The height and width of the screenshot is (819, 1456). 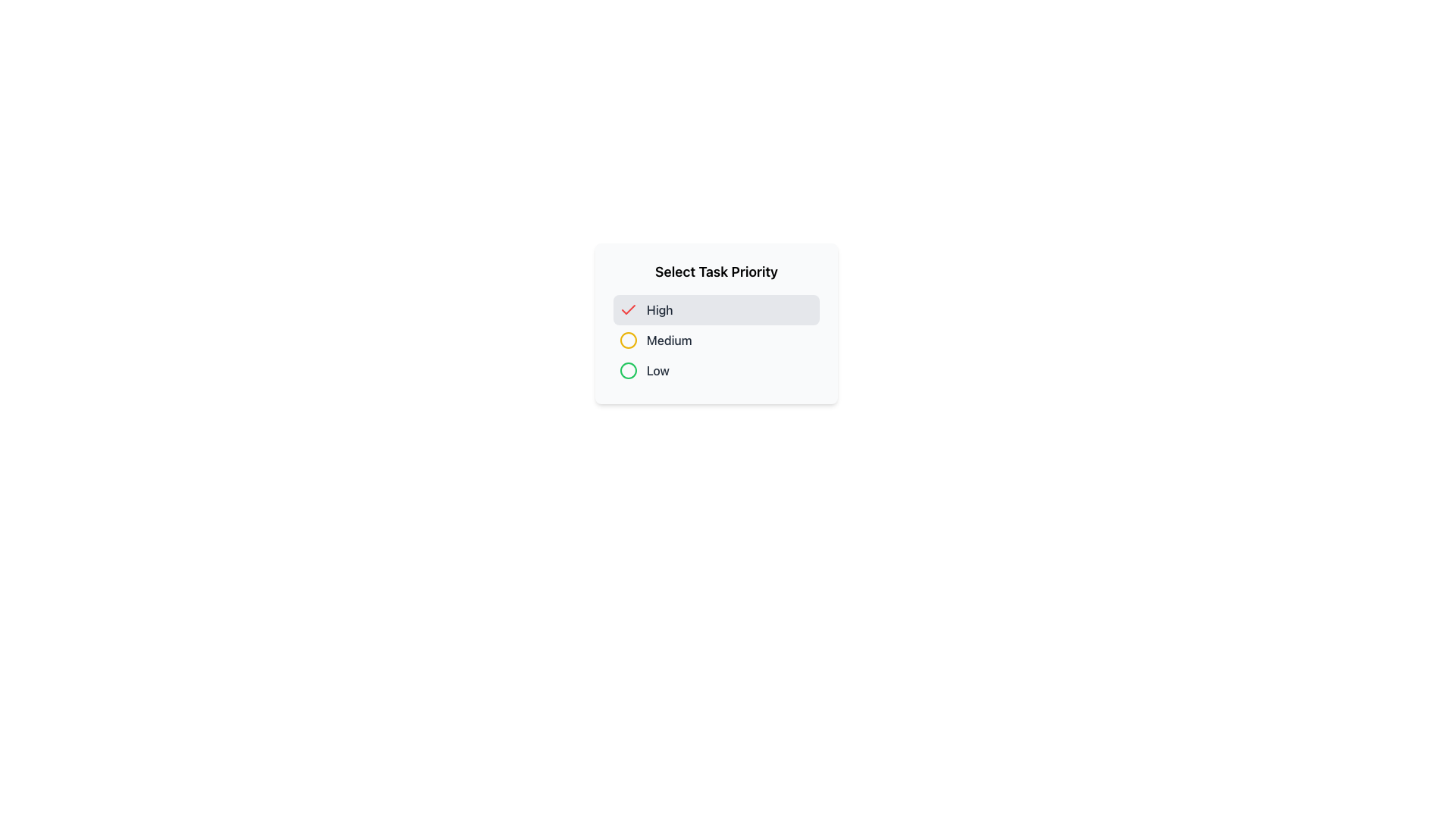 I want to click on the 'High' priority text label, which is located to the right of a red checkmark icon in the task priority options, so click(x=660, y=309).